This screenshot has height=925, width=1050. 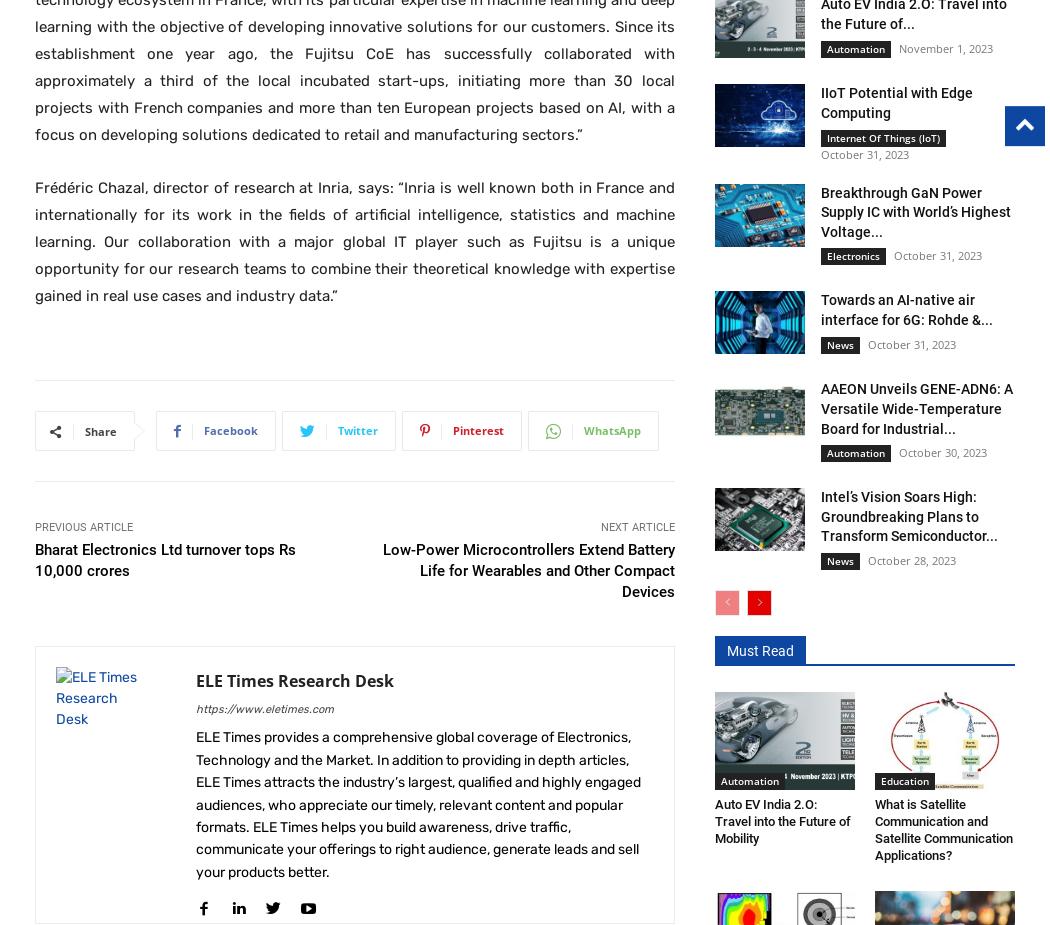 I want to click on 'Facebook', so click(x=231, y=429).